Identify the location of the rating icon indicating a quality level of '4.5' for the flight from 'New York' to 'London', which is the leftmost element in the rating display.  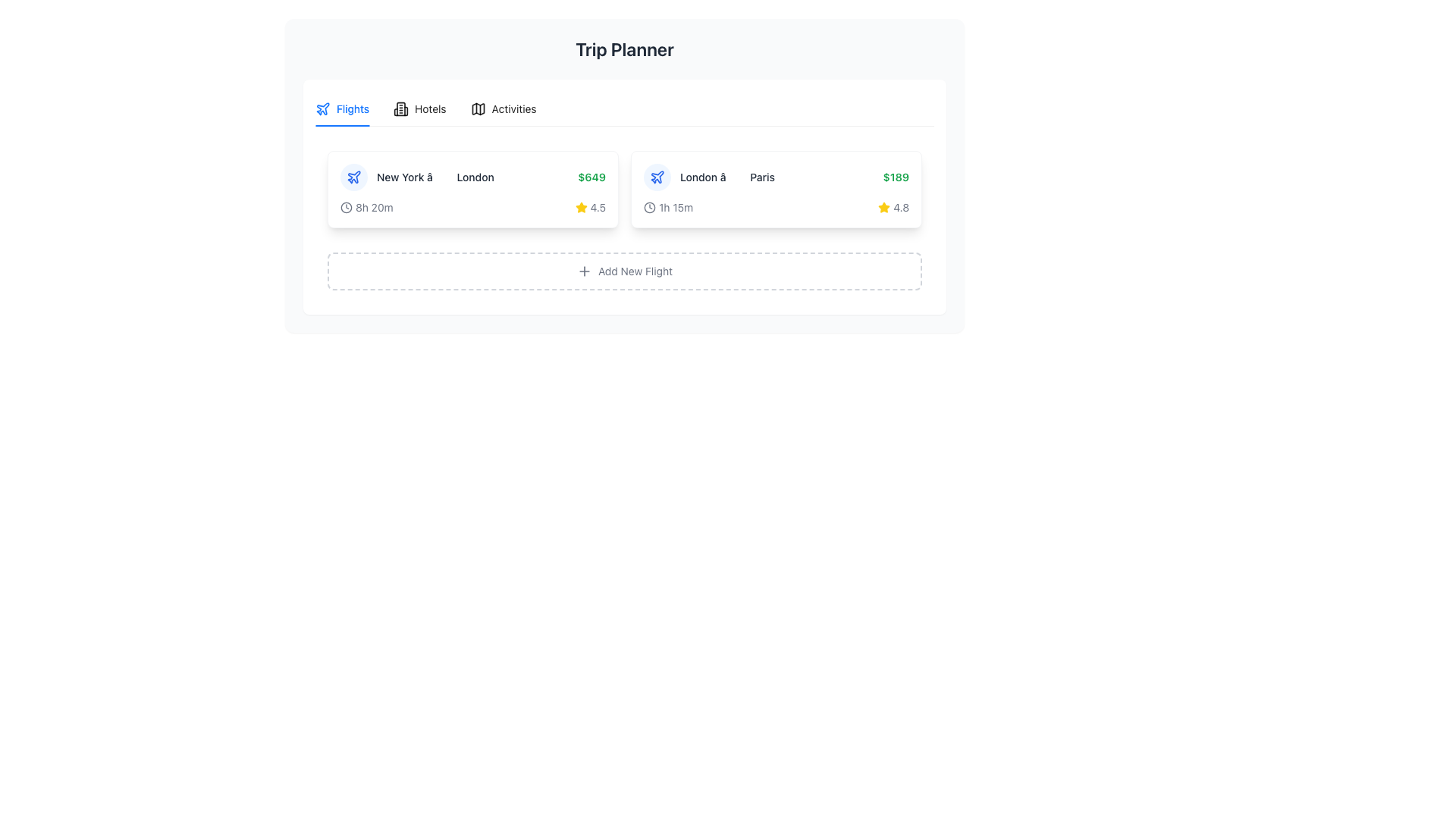
(580, 207).